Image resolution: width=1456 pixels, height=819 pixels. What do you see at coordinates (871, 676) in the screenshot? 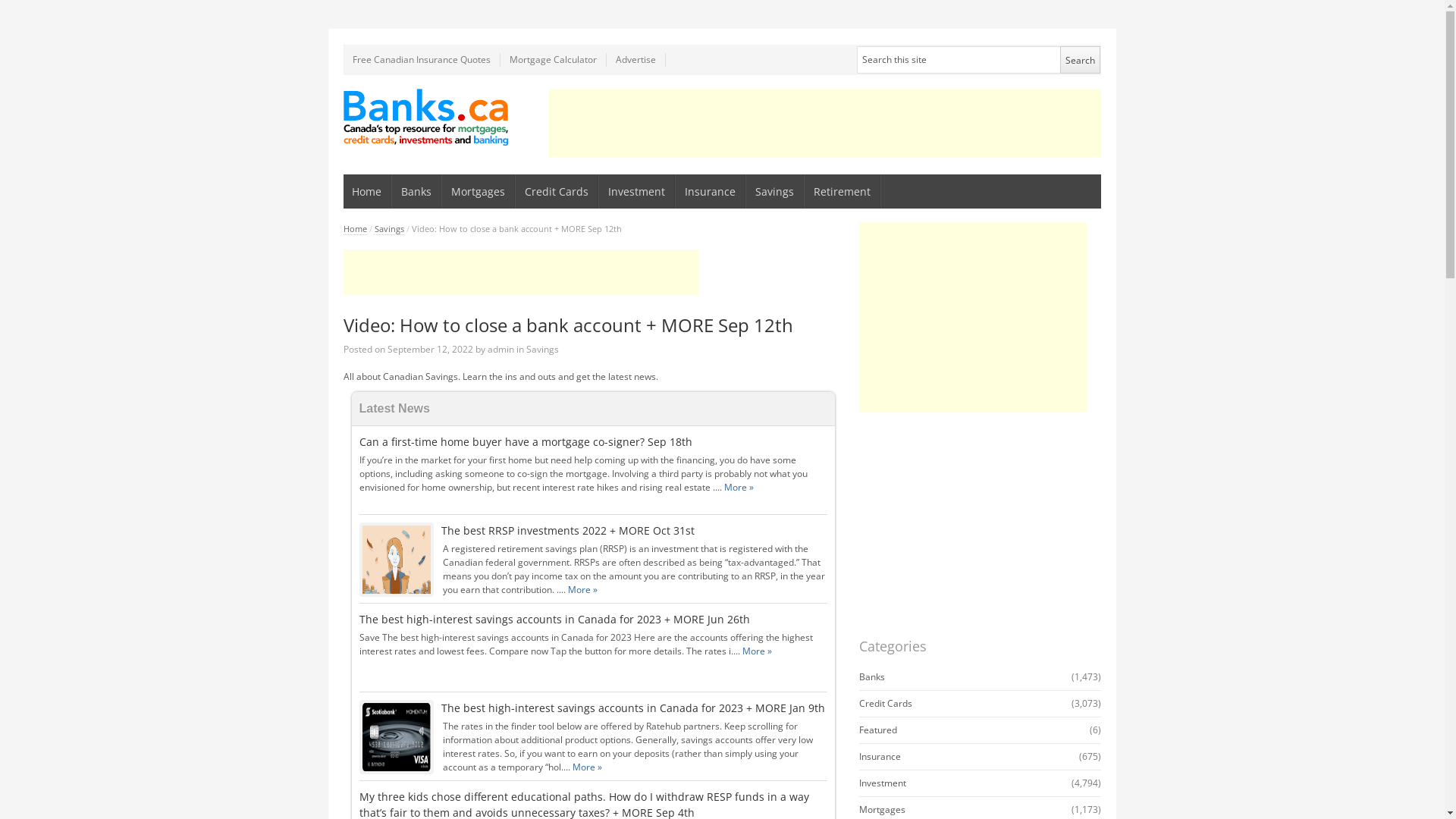
I see `'Banks'` at bounding box center [871, 676].